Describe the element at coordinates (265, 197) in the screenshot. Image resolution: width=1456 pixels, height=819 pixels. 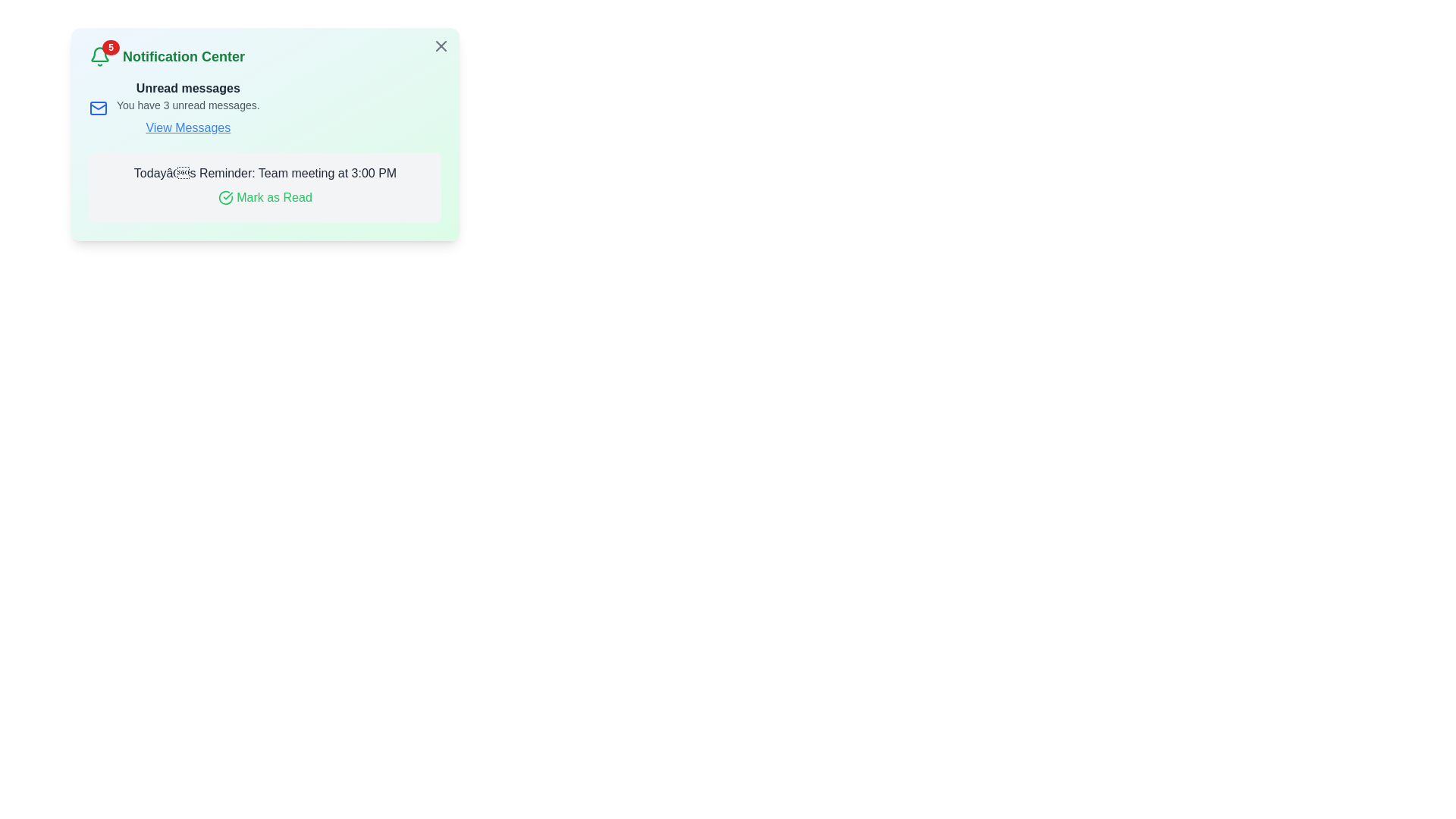
I see `the button located in the notification center panel, directly following the text 'Today’s Reminder: Team meeting at 3:00 PM', to mark the notification as read` at that location.